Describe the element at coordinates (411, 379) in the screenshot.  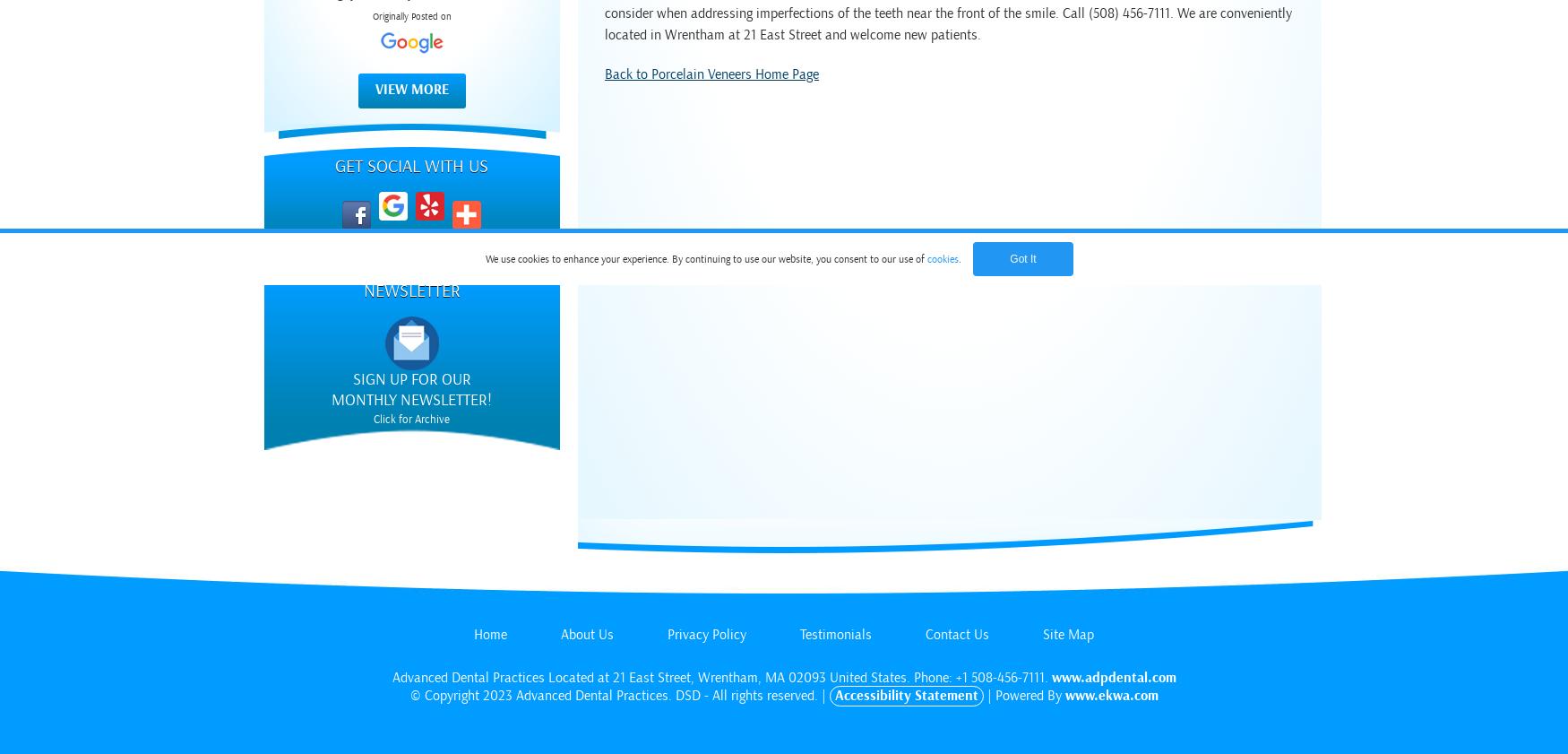
I see `'Sign up for our'` at that location.